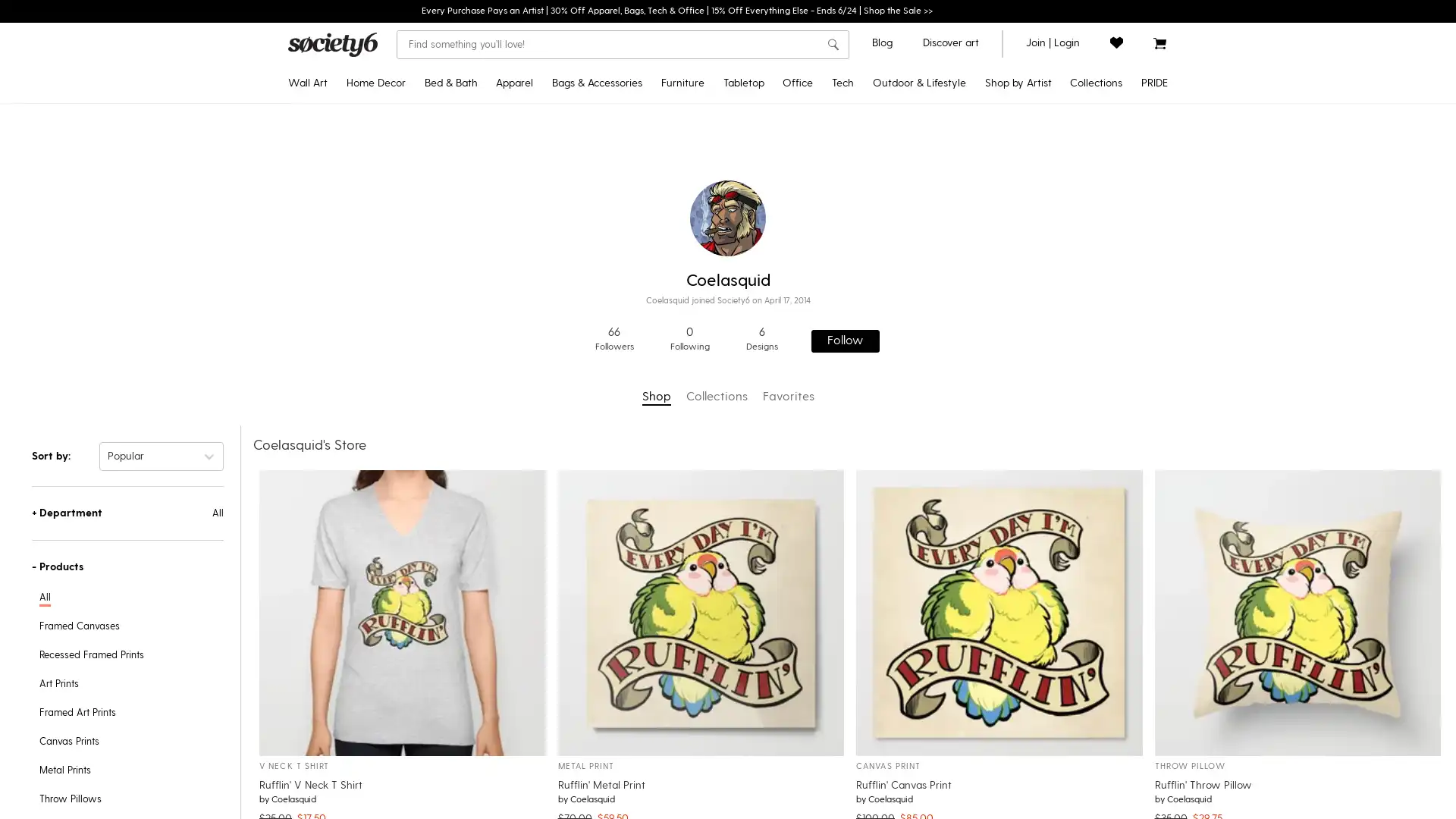 The image size is (1456, 819). I want to click on Acrylic Trays, so click(835, 219).